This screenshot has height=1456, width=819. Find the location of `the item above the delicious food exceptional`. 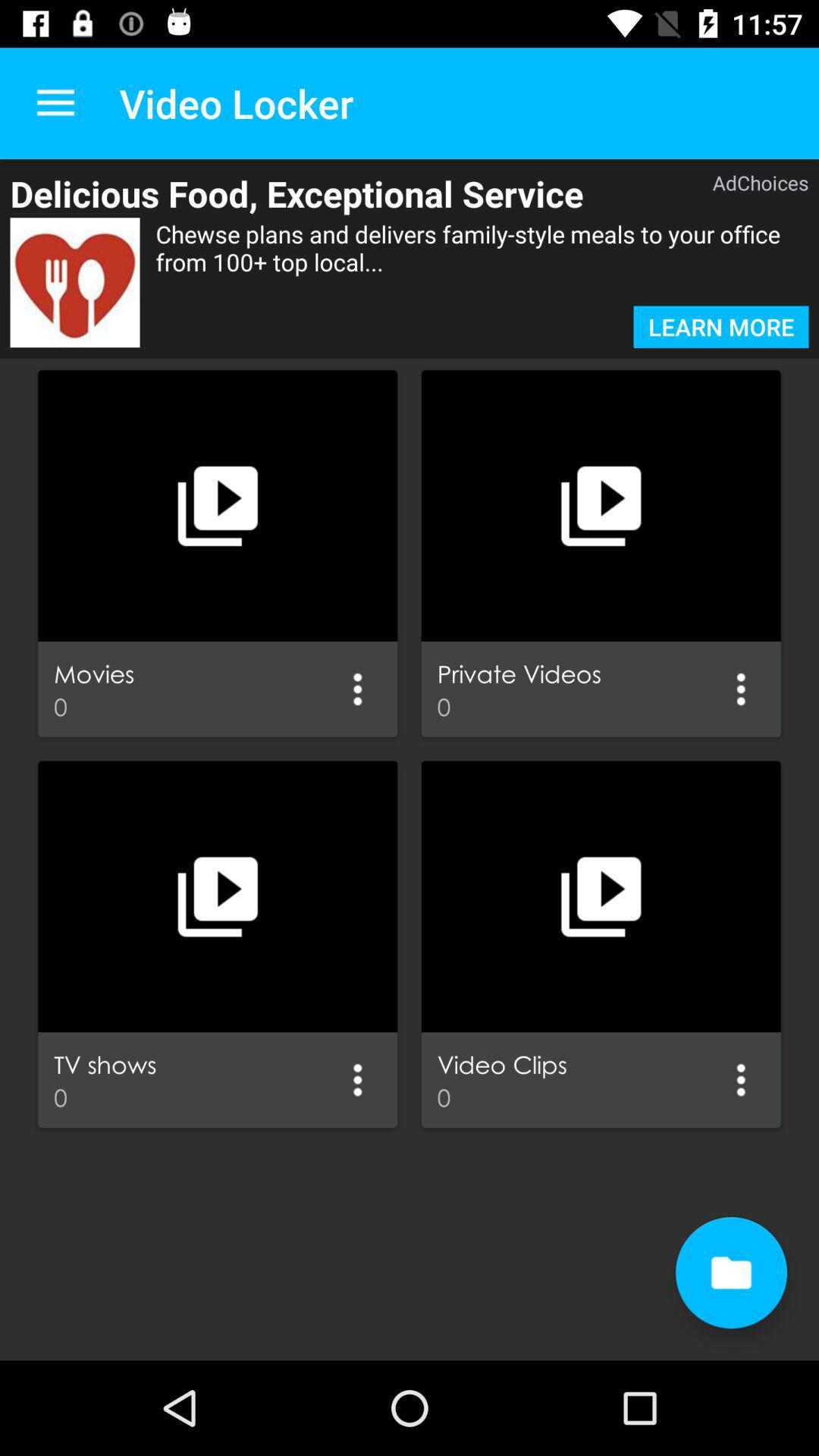

the item above the delicious food exceptional is located at coordinates (55, 102).